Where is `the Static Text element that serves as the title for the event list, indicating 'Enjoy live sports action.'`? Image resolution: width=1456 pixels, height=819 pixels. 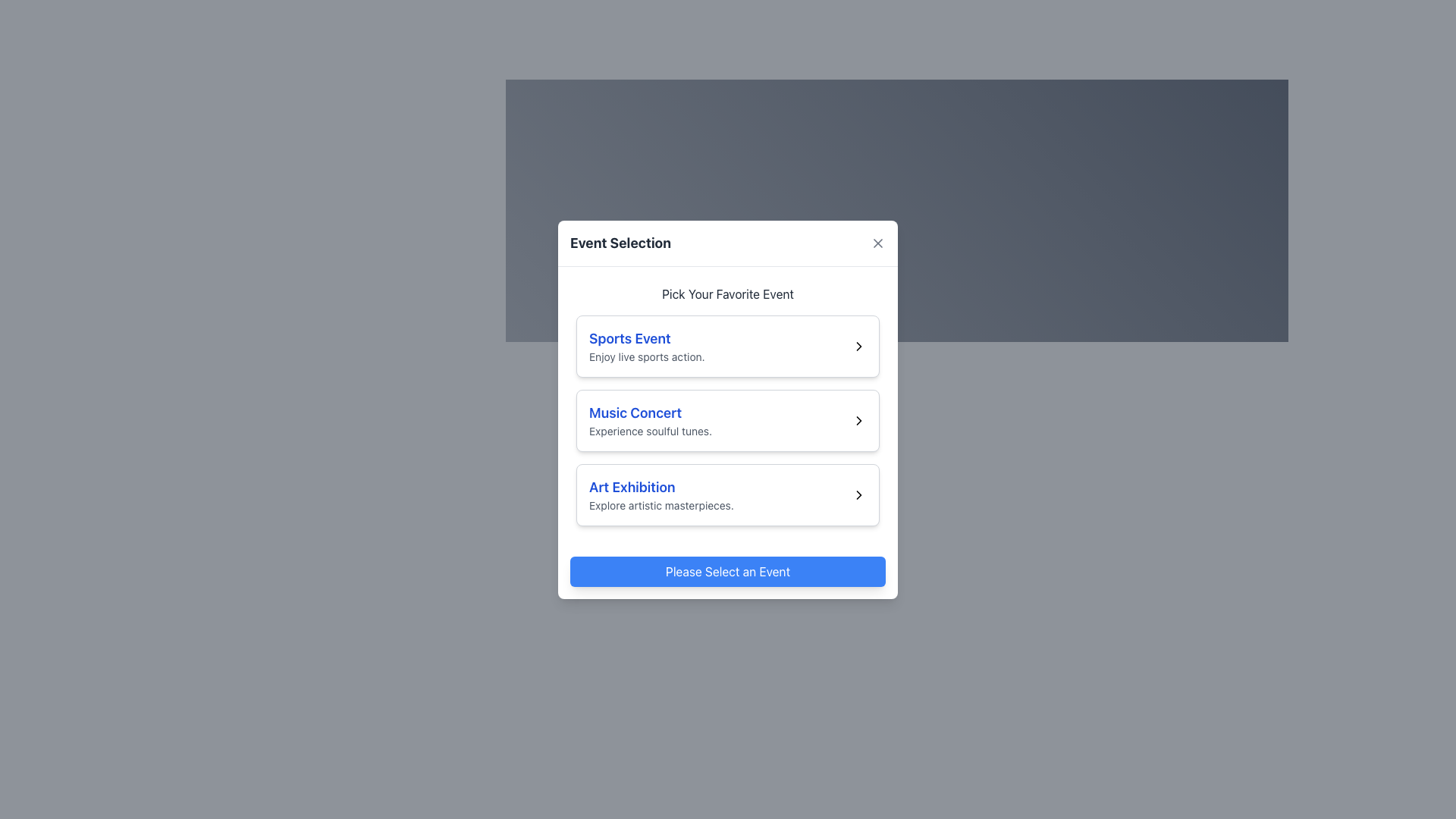
the Static Text element that serves as the title for the event list, indicating 'Enjoy live sports action.' is located at coordinates (647, 337).